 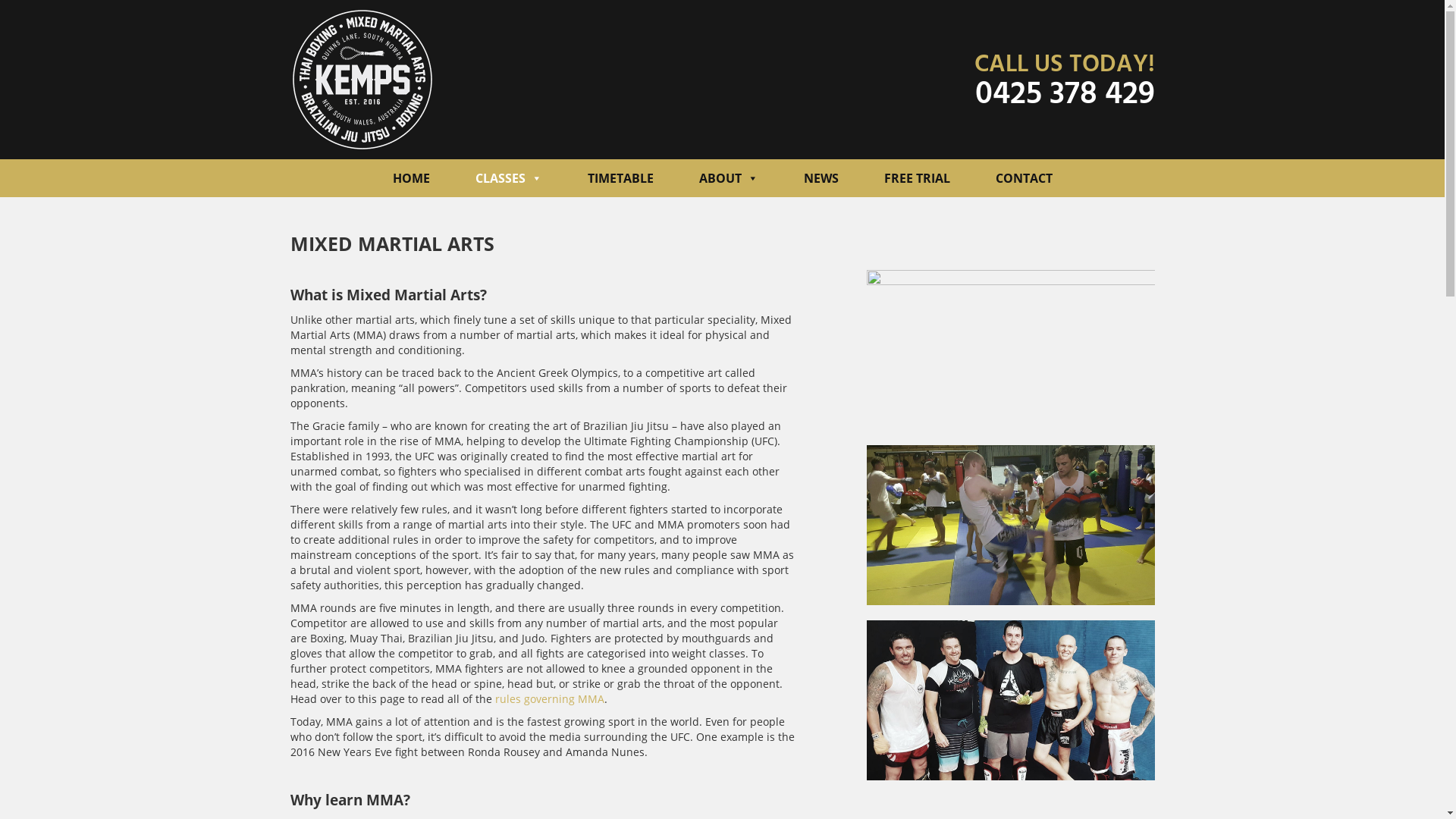 What do you see at coordinates (508, 177) in the screenshot?
I see `'CLASSES'` at bounding box center [508, 177].